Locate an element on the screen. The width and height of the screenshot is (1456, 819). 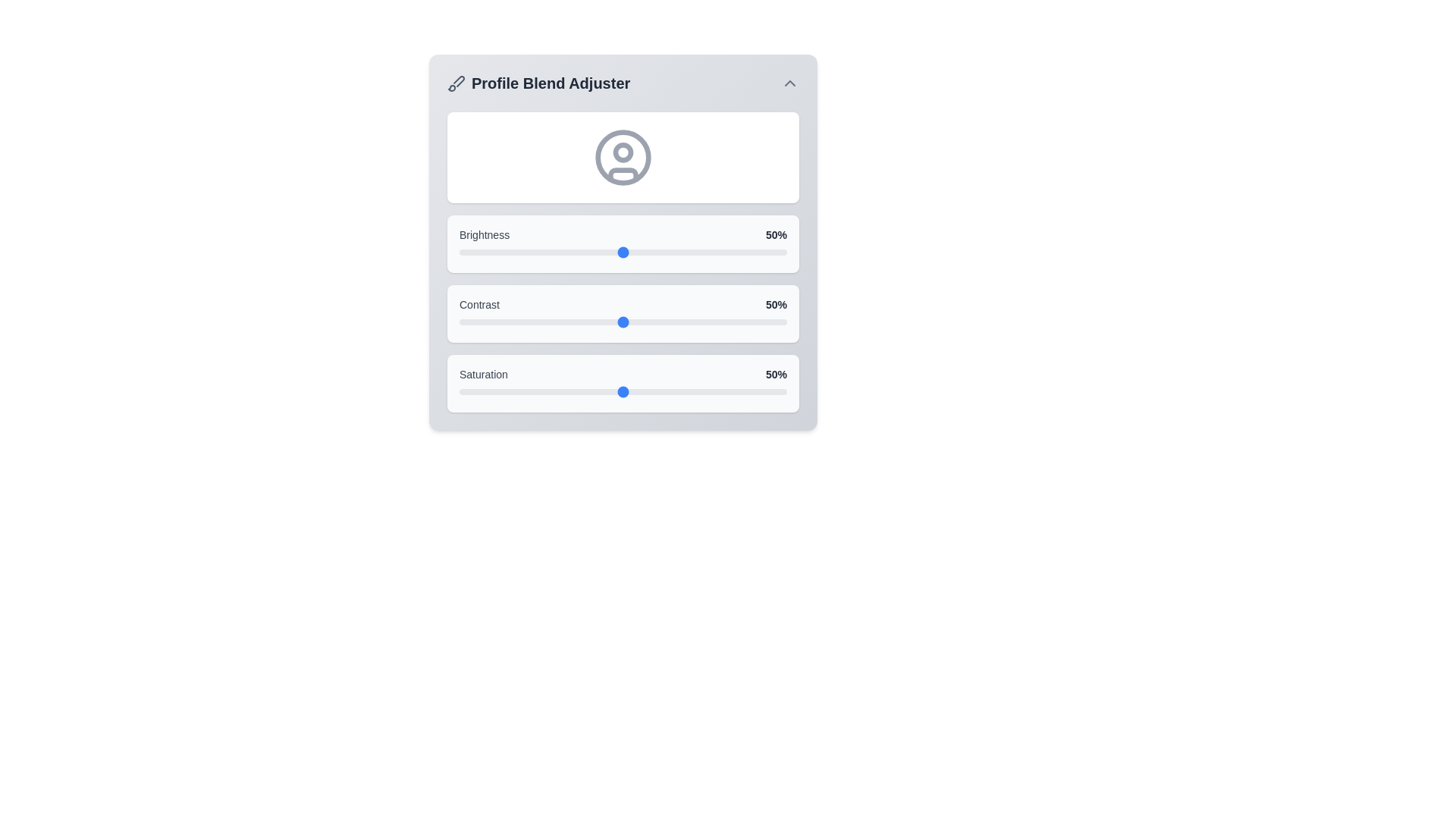
contrast is located at coordinates (728, 321).